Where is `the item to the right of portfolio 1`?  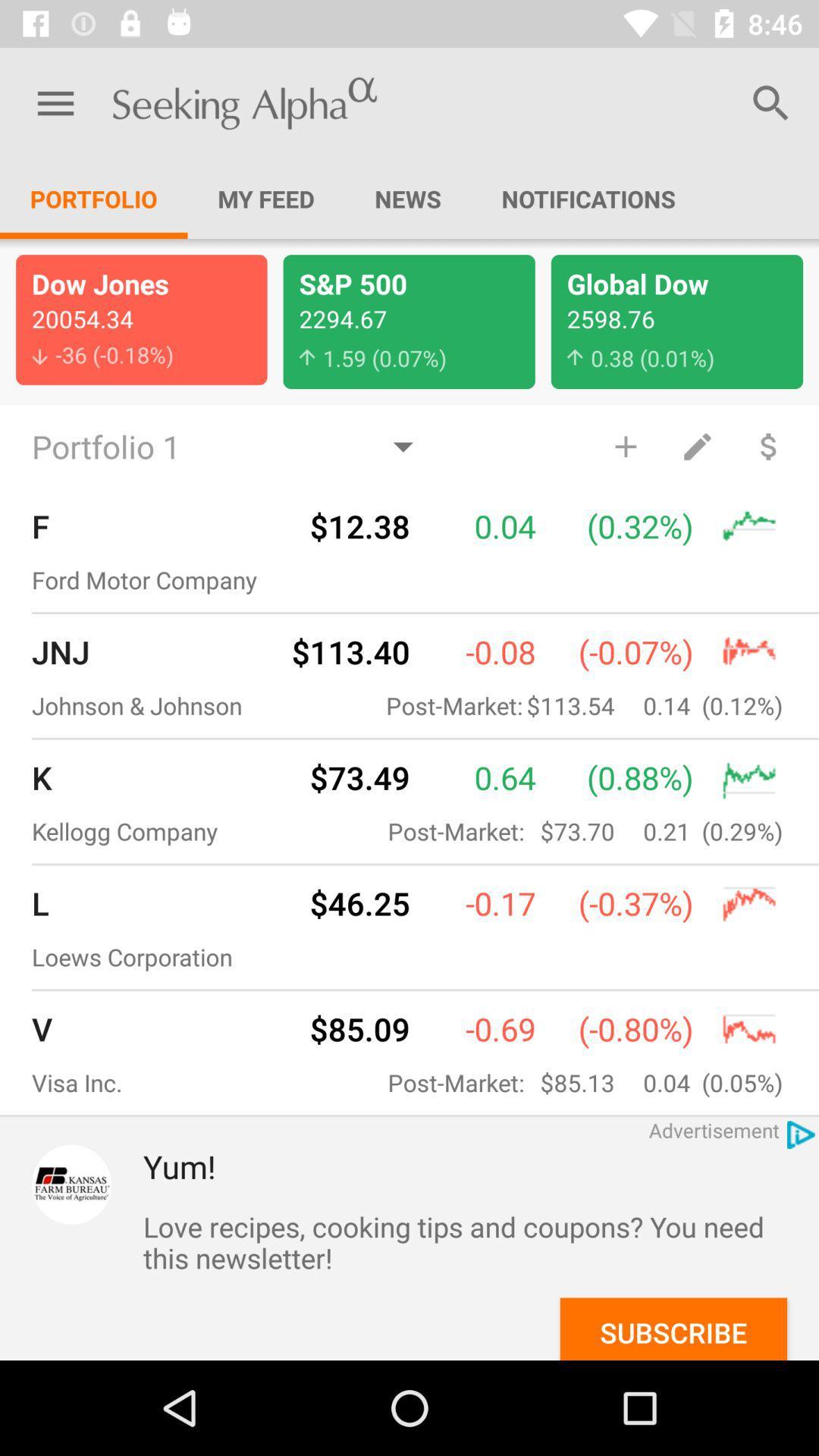
the item to the right of portfolio 1 is located at coordinates (626, 445).